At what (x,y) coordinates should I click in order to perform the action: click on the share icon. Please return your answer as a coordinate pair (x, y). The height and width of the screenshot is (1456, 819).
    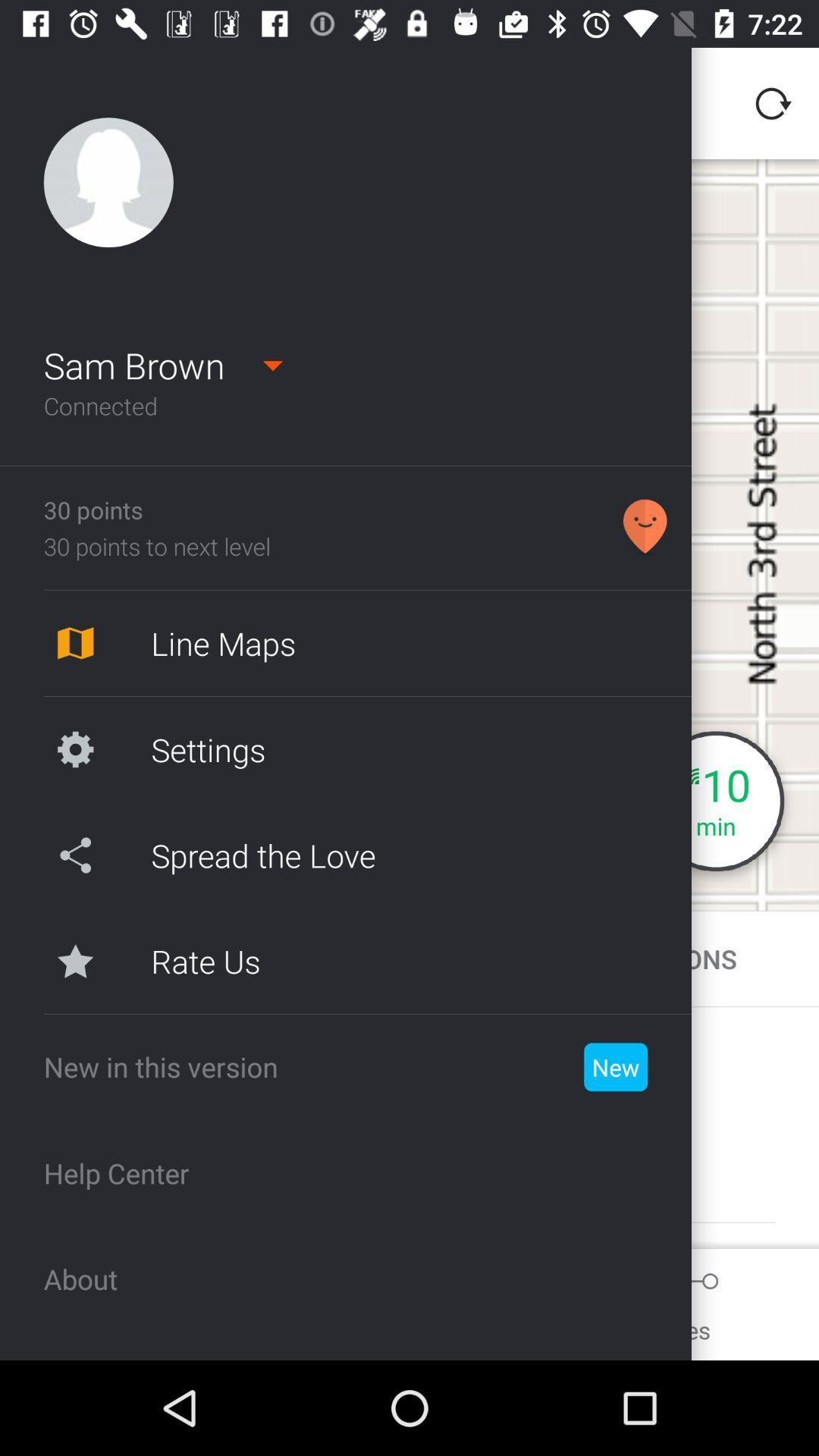
    Looking at the image, I should click on (63, 846).